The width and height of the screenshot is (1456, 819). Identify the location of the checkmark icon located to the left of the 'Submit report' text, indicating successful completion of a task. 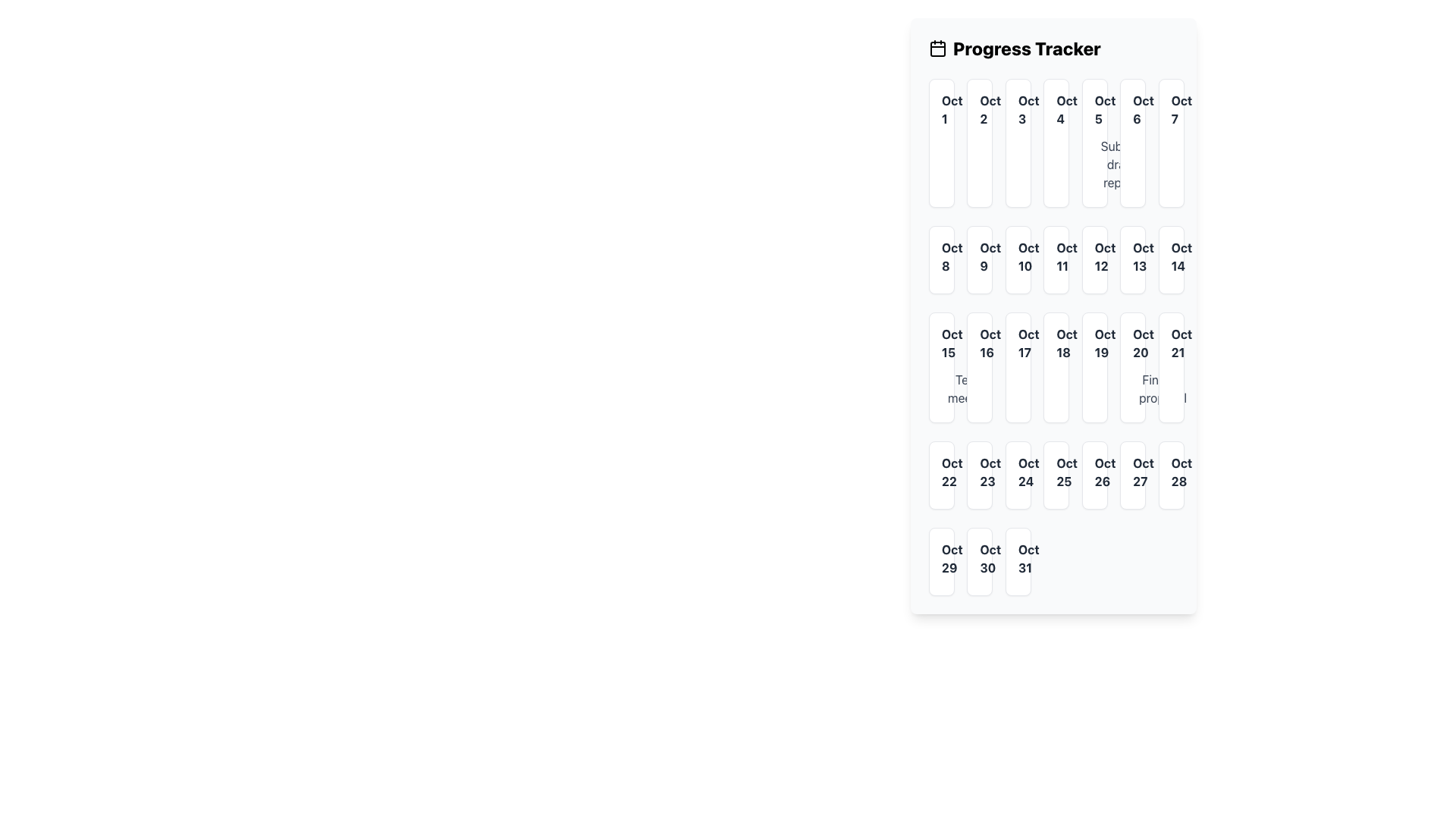
(1103, 164).